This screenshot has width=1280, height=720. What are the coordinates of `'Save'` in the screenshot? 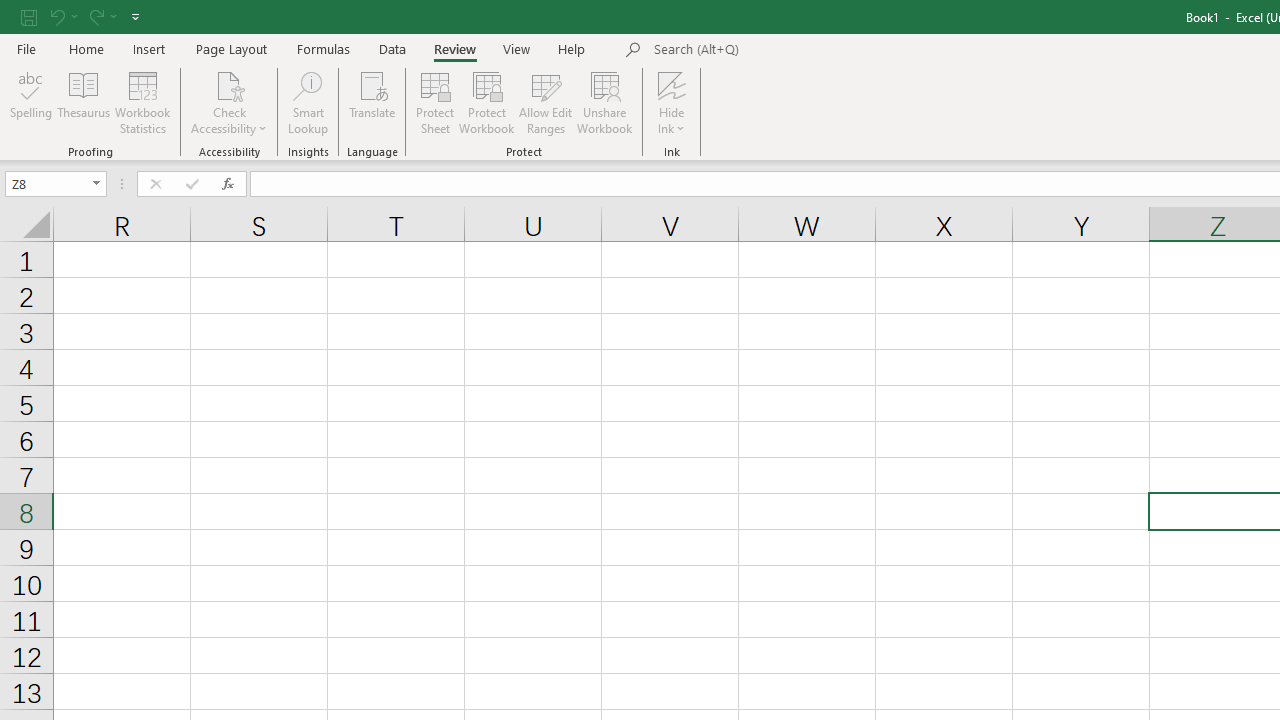 It's located at (29, 16).